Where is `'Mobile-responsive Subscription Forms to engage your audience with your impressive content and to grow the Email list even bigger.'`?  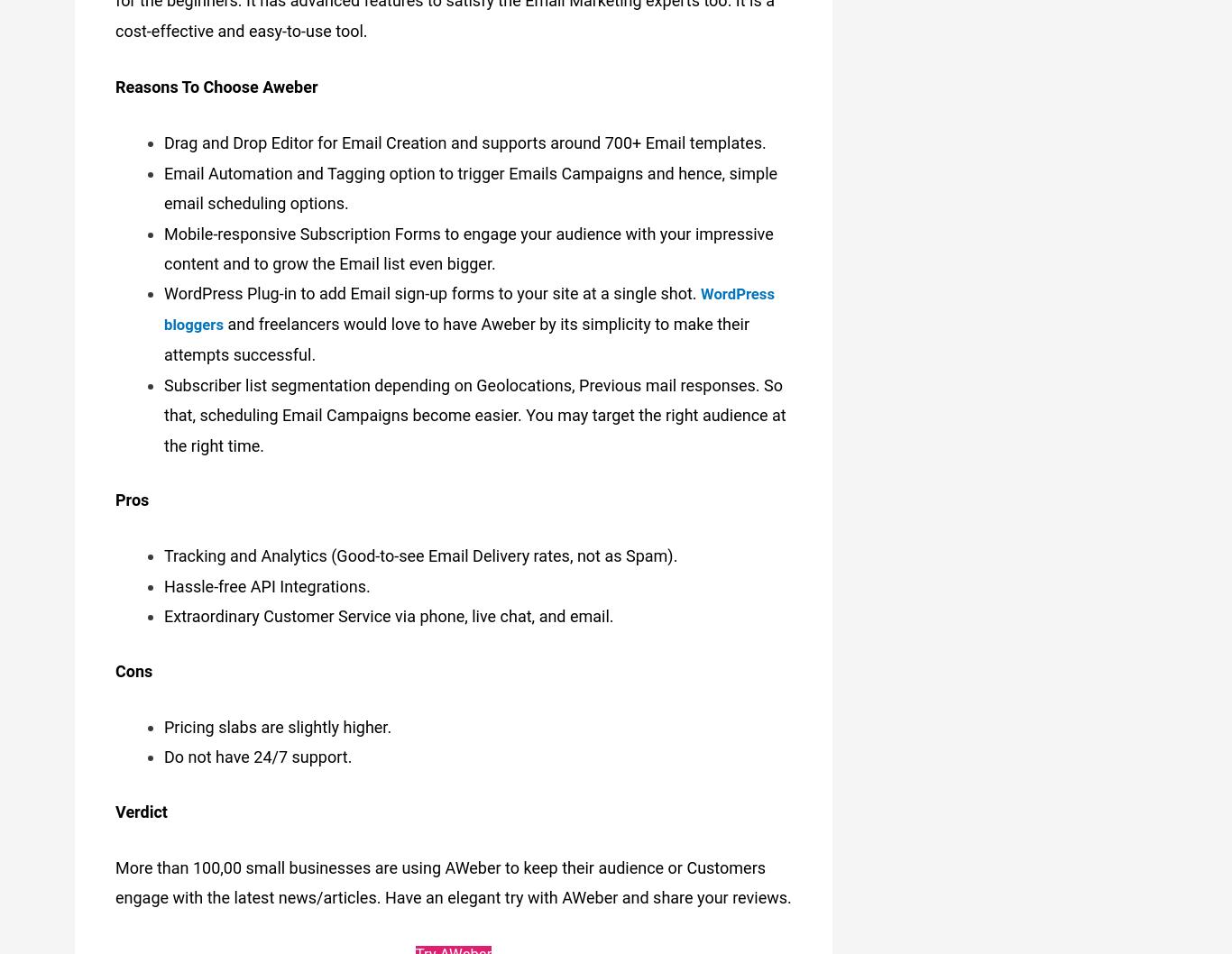
'Mobile-responsive Subscription Forms to engage your audience with your impressive content and to grow the Email list even bigger.' is located at coordinates (468, 240).